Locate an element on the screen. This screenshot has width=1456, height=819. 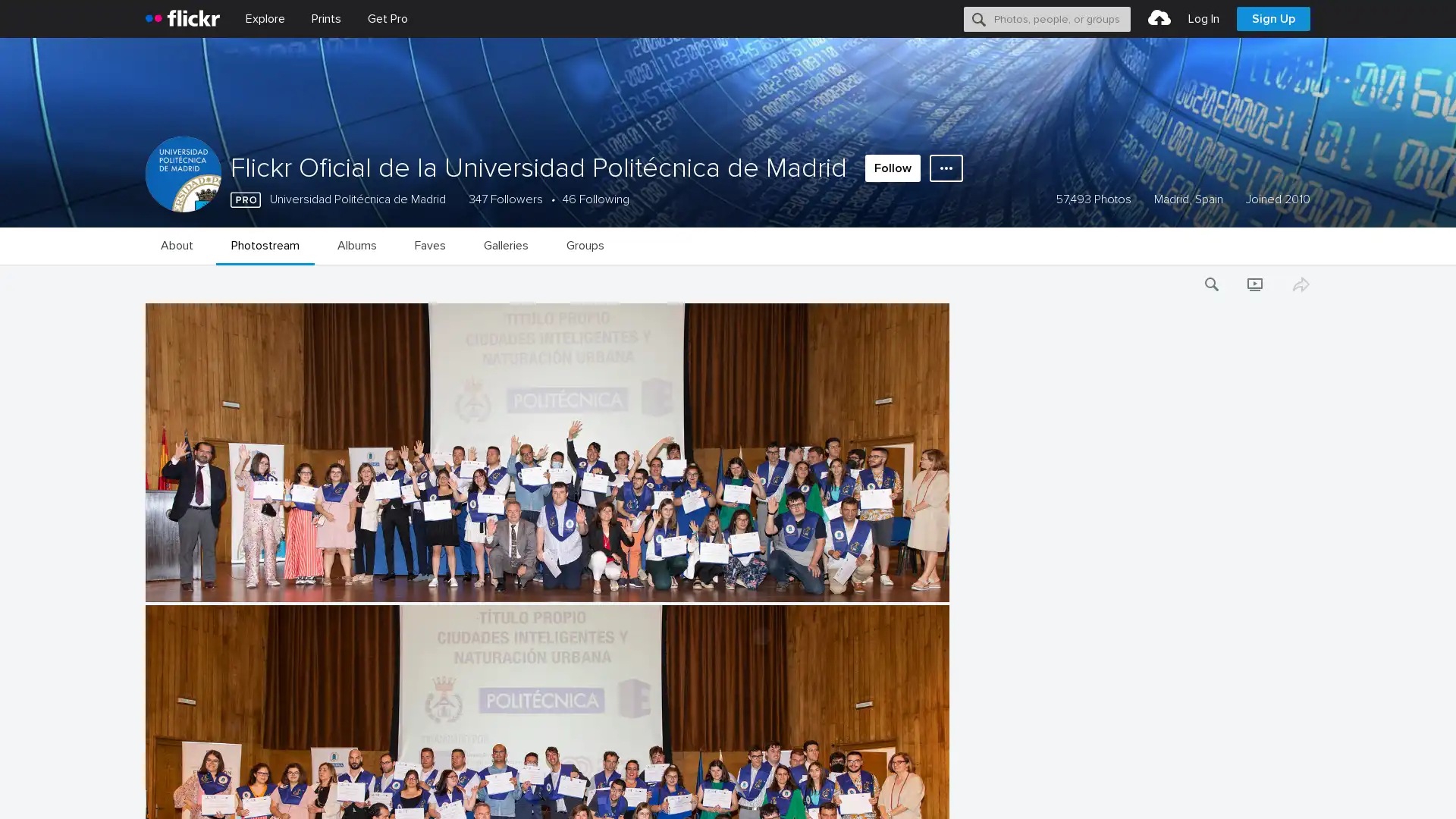
Add to Favorites is located at coordinates (146, 660).